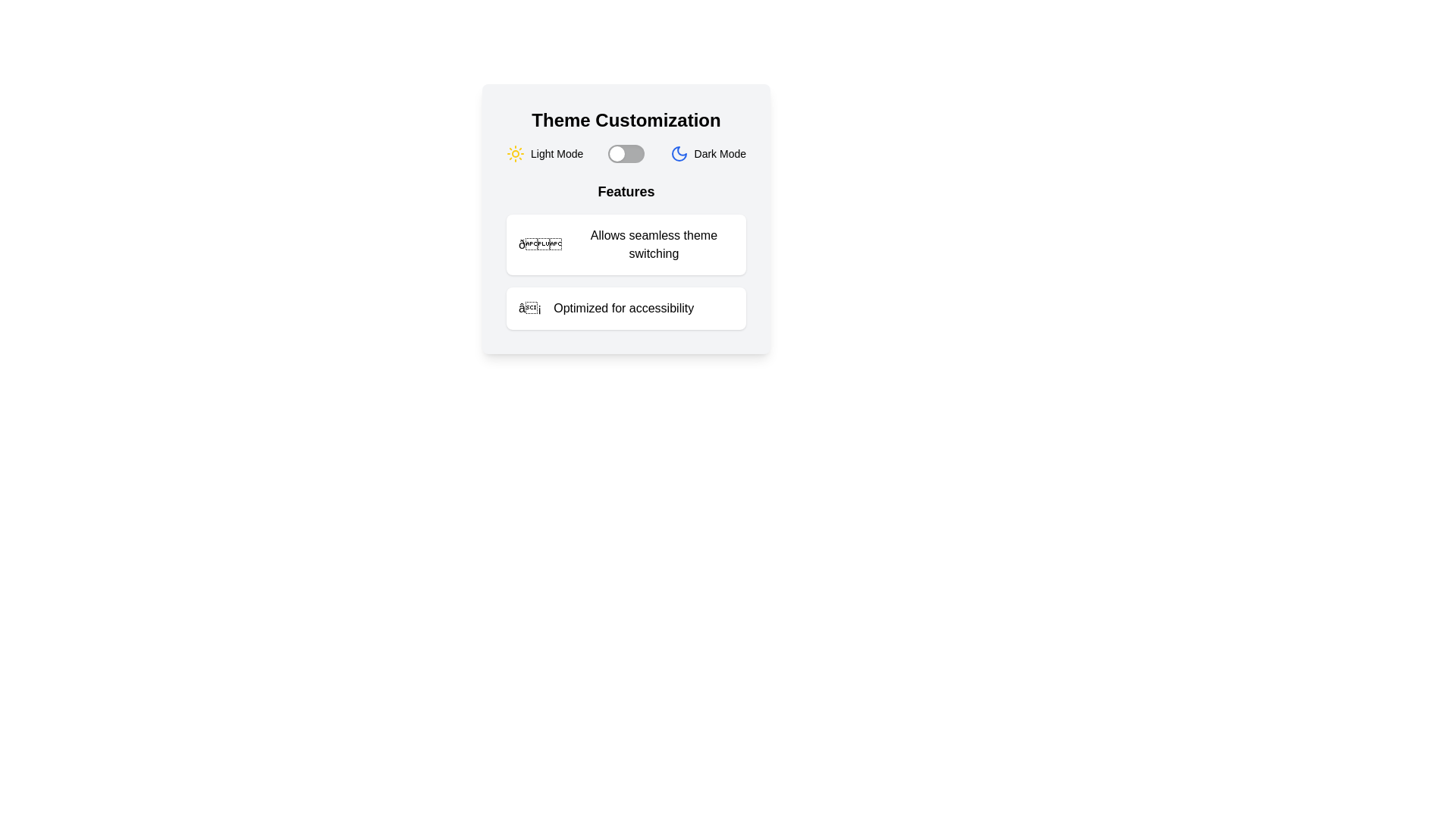 The height and width of the screenshot is (819, 1456). What do you see at coordinates (617, 154) in the screenshot?
I see `the circular toggle switch indicator on the left side of the horizontal toggle bar in the 'Theme Customization' section` at bounding box center [617, 154].